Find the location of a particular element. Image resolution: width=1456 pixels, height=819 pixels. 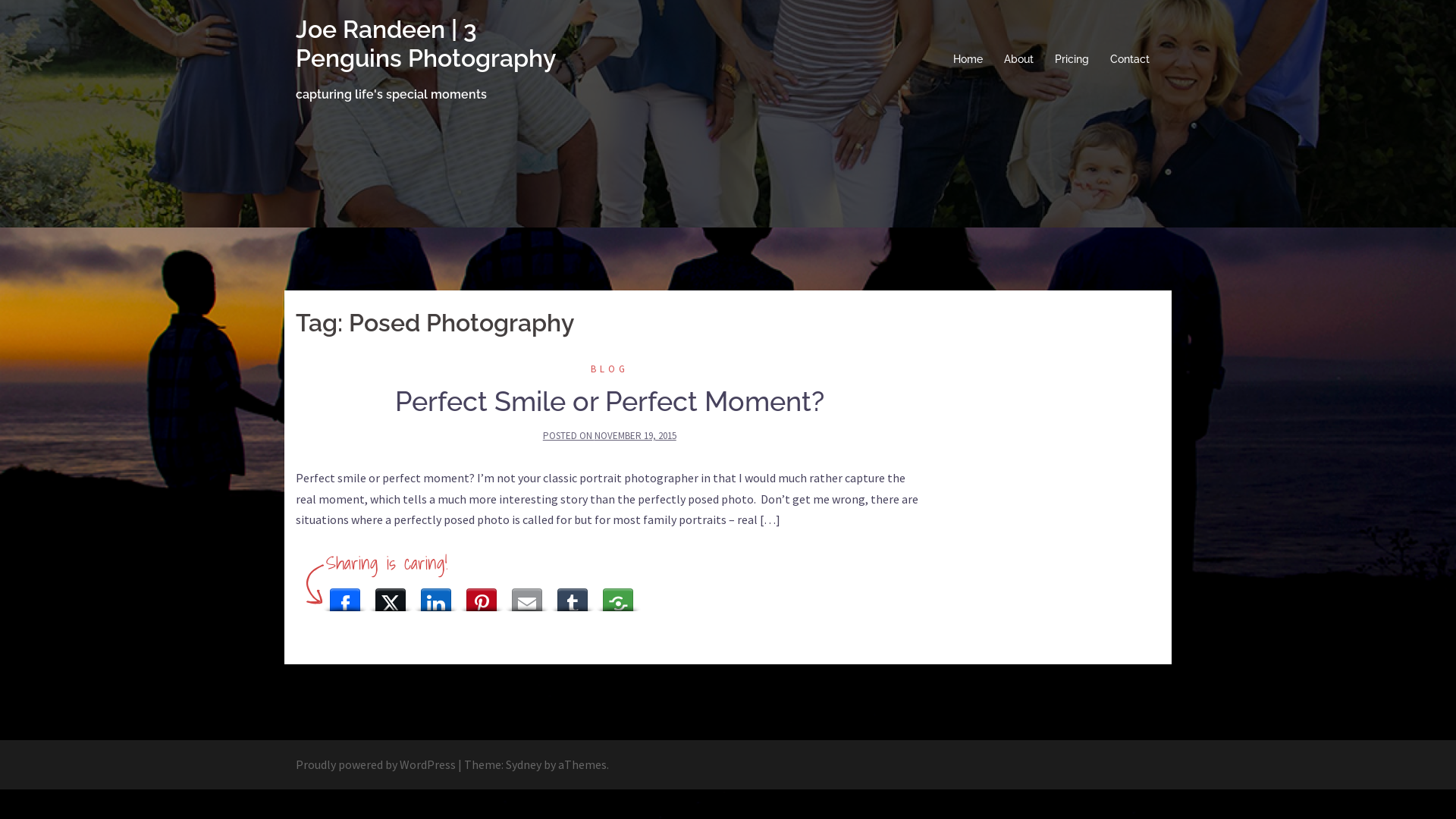

'Facebook' is located at coordinates (344, 595).